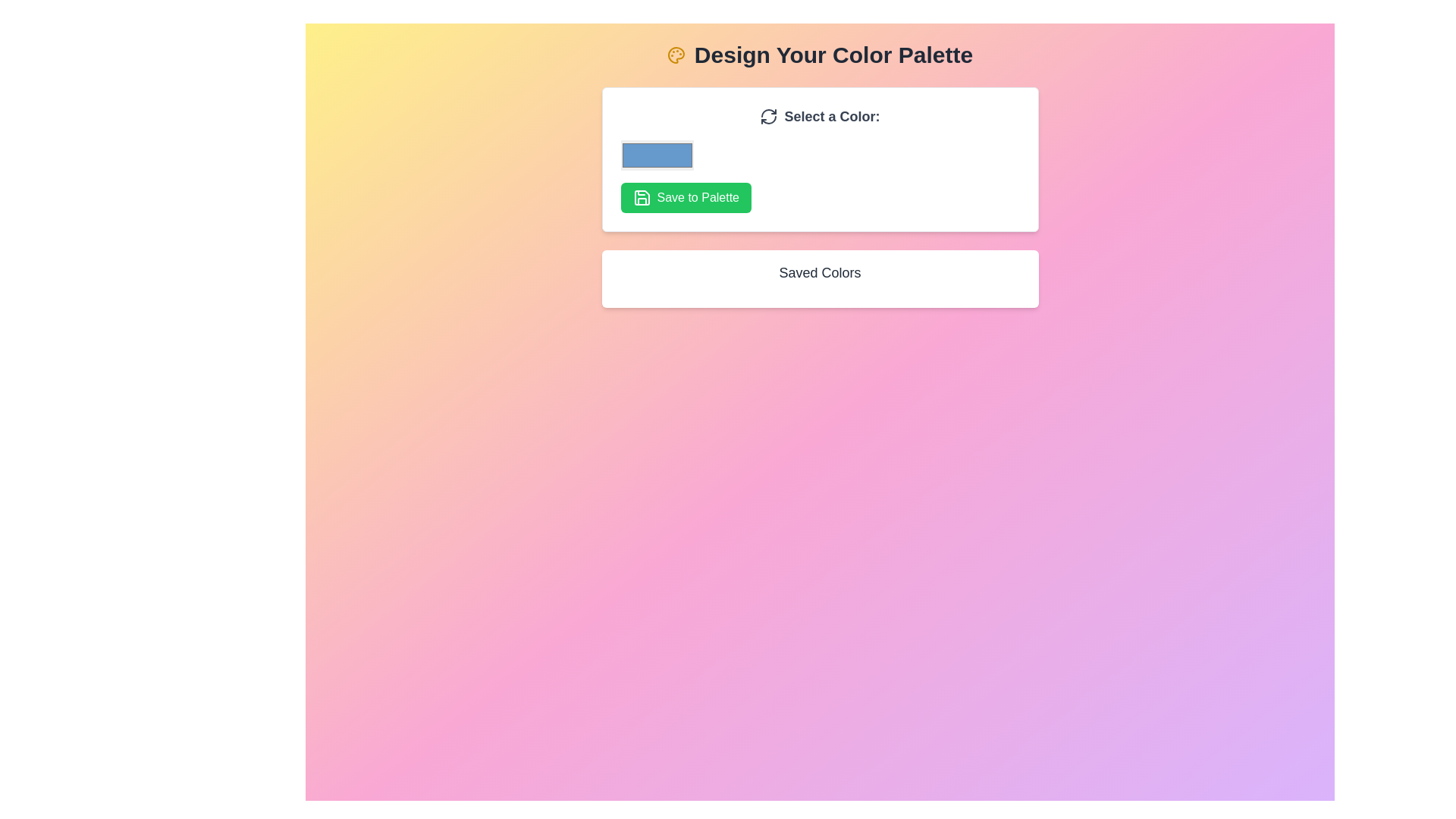 This screenshot has height=819, width=1456. Describe the element at coordinates (642, 197) in the screenshot. I see `the 'Save to Palette' icon, which is a small document-like shape within a green button, indicating the action to save colors` at that location.